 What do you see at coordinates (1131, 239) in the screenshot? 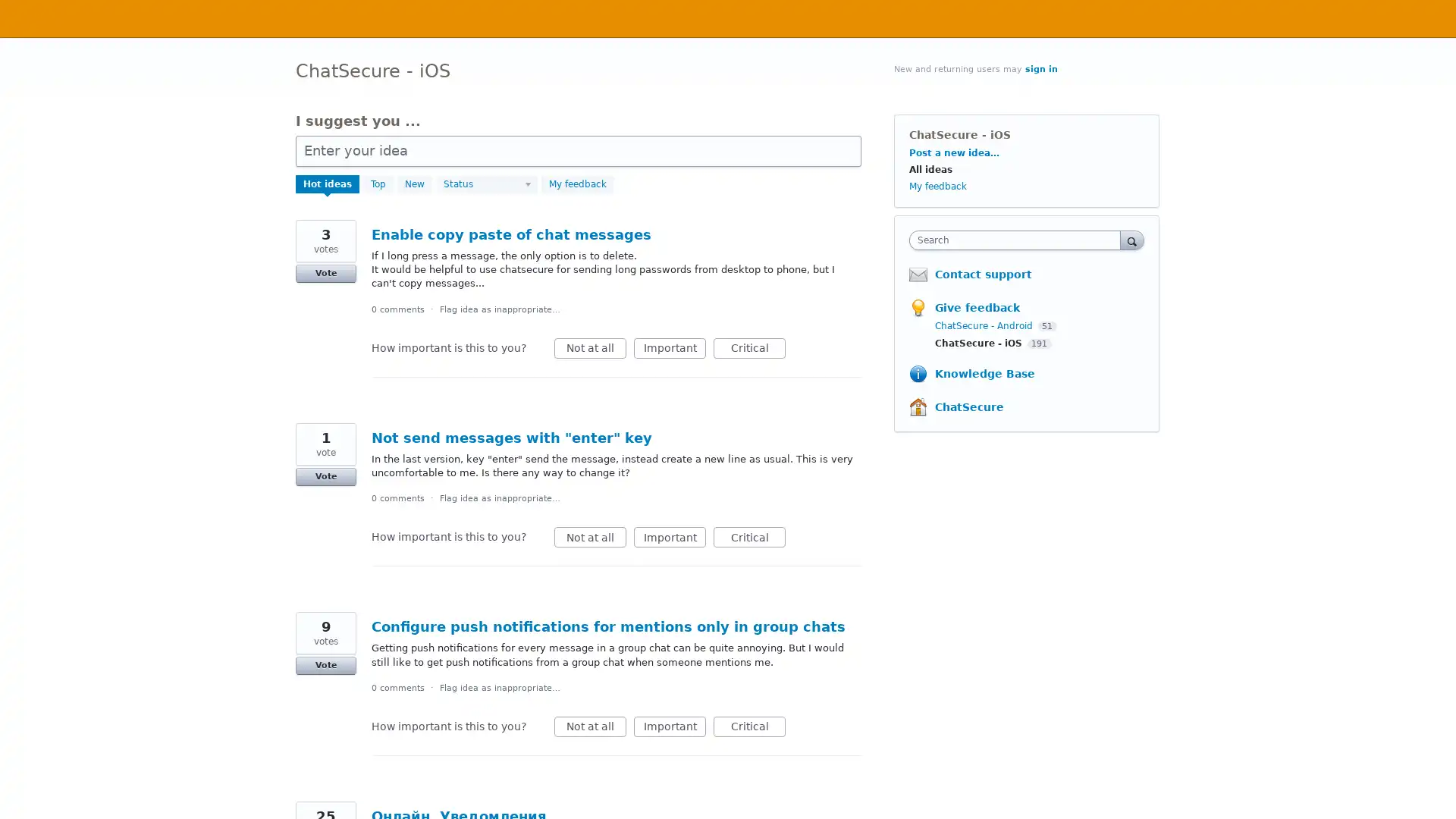
I see `Search` at bounding box center [1131, 239].